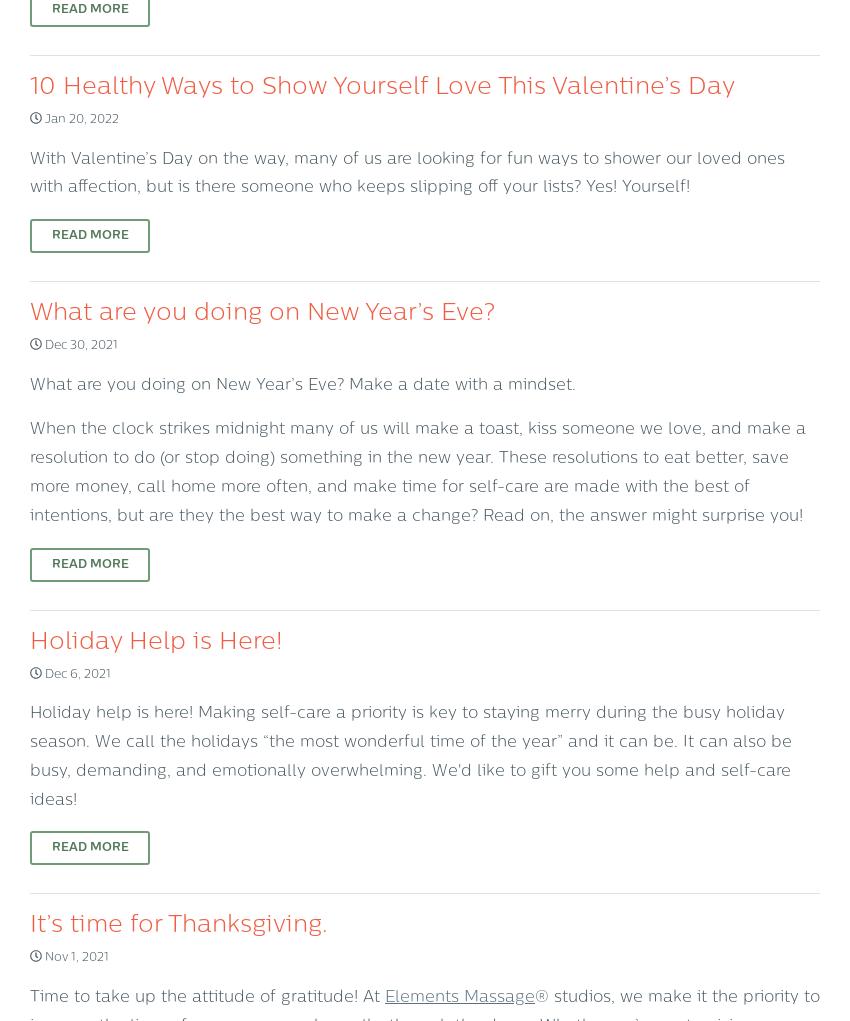 The width and height of the screenshot is (850, 1021). Describe the element at coordinates (418, 472) in the screenshot. I see `'When the clock strikes midnight many of us will make a toast, kiss someone we love, and make a resolution to do (or stop doing) something in the new year. These resolutions to eat better, save more money, call home more often, and make time for self-care are made with the best of intentions, but are they the best way to make a change? Read on, the answer might surprise you!'` at that location.